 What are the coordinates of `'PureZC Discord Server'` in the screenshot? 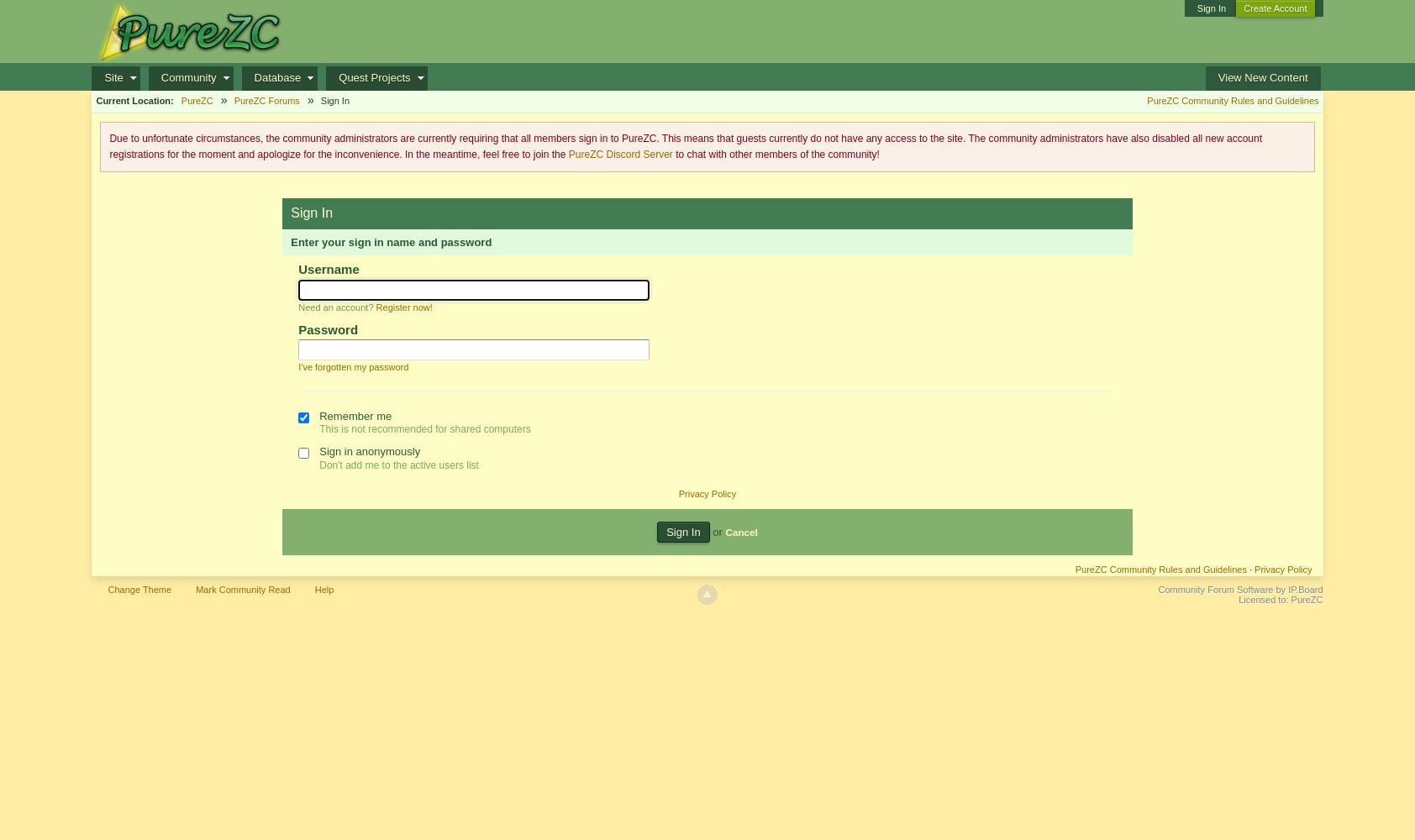 It's located at (619, 154).